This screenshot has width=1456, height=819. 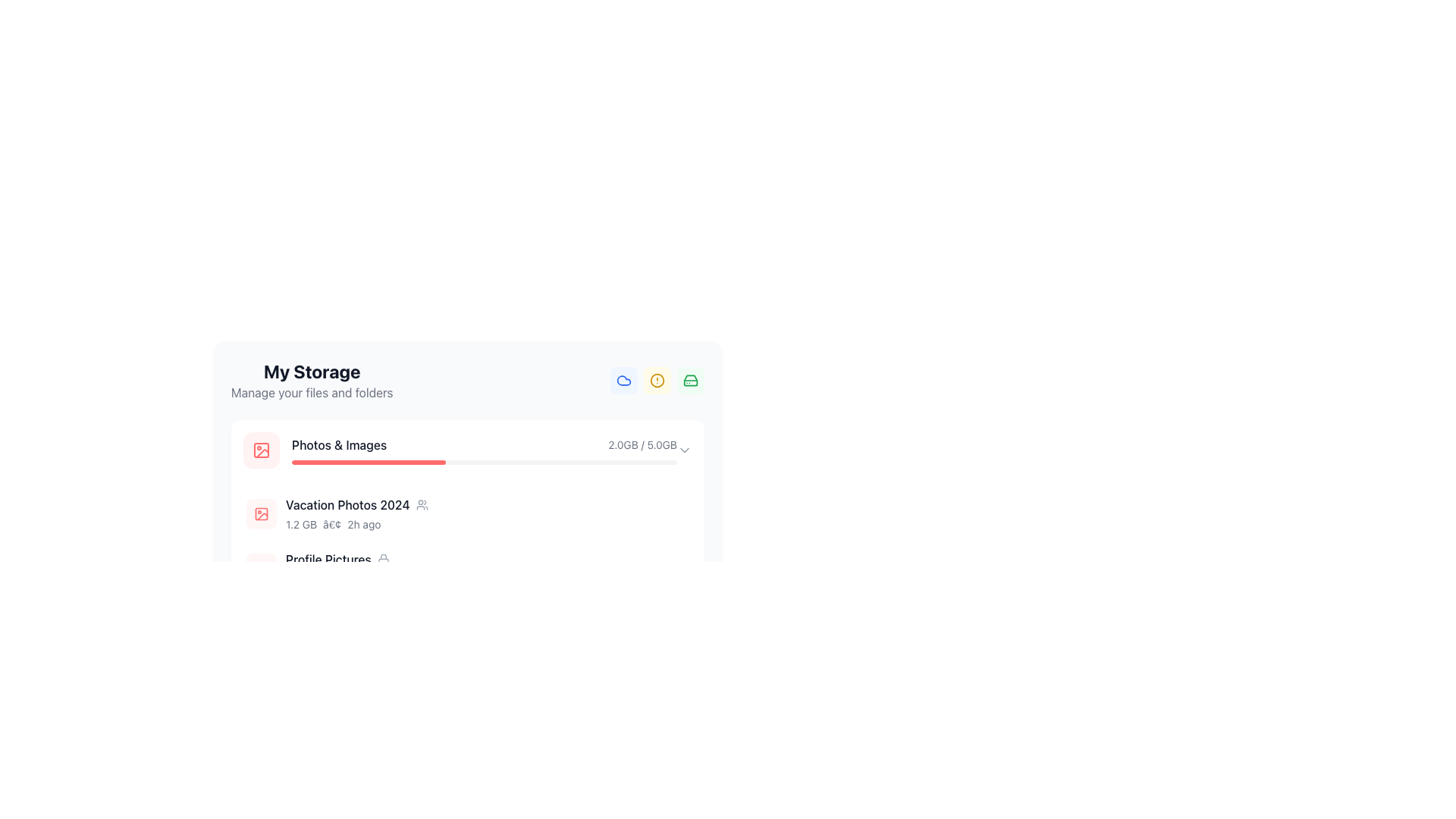 I want to click on the decorative graphic icon filled with red color, which is part of the 'Photos & Images' category in the sidebar menu, so click(x=262, y=450).